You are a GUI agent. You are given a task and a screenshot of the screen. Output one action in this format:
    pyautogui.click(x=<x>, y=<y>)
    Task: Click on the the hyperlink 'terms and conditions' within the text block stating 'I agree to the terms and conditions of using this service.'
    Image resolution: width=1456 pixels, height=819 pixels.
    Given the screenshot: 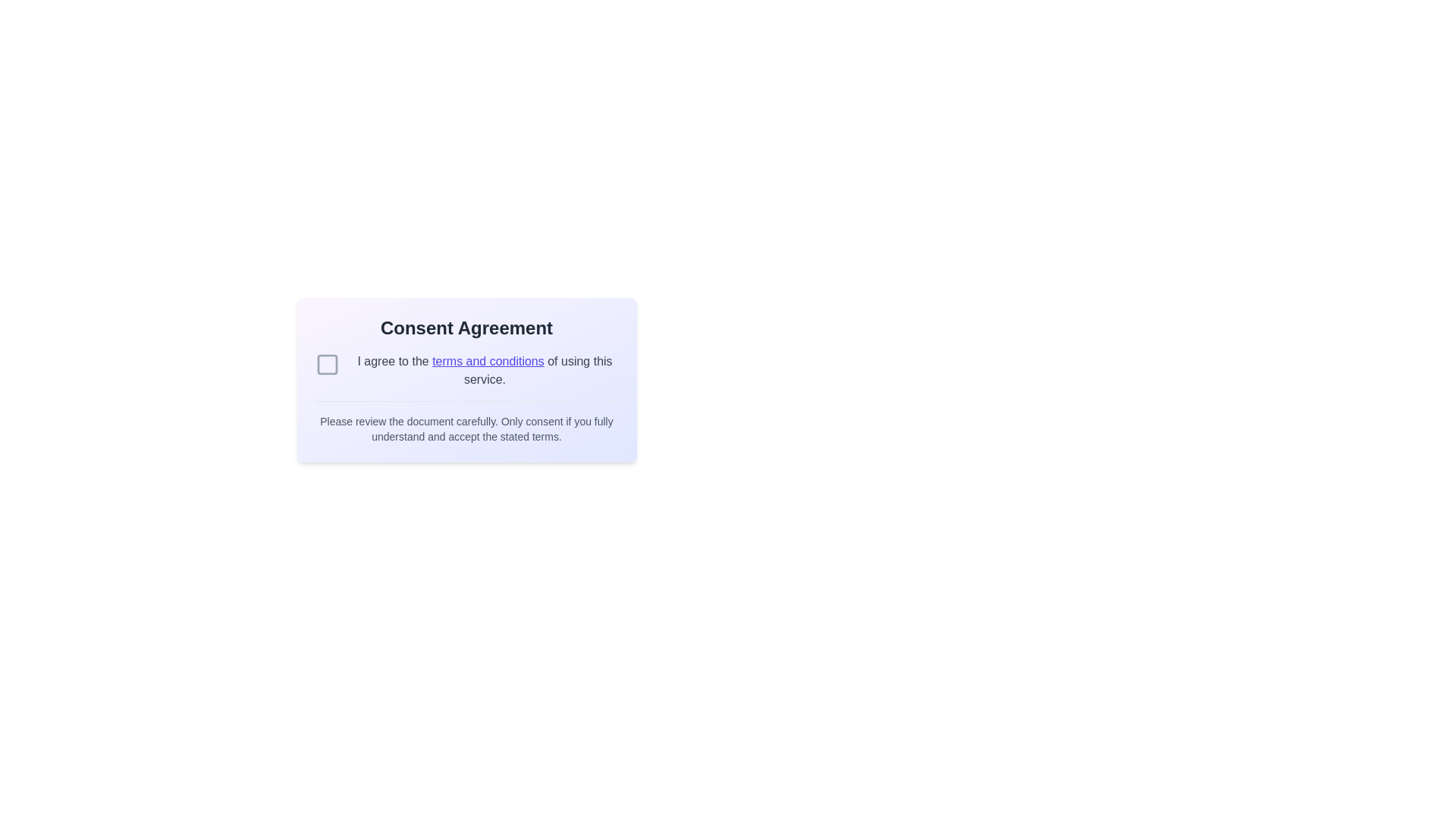 What is the action you would take?
    pyautogui.click(x=484, y=371)
    